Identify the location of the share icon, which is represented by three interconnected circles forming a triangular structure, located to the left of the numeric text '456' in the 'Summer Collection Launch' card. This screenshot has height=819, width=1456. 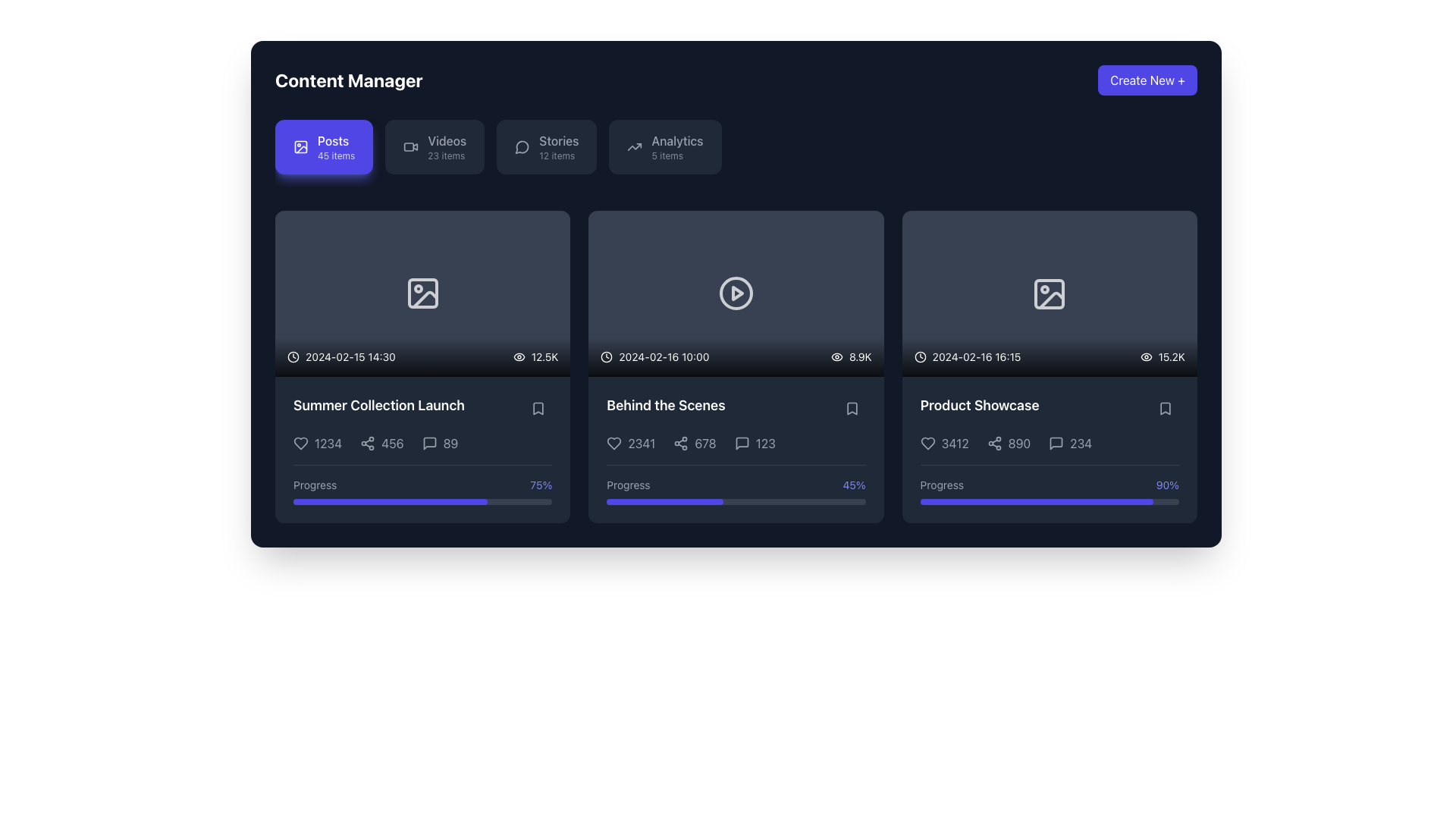
(368, 443).